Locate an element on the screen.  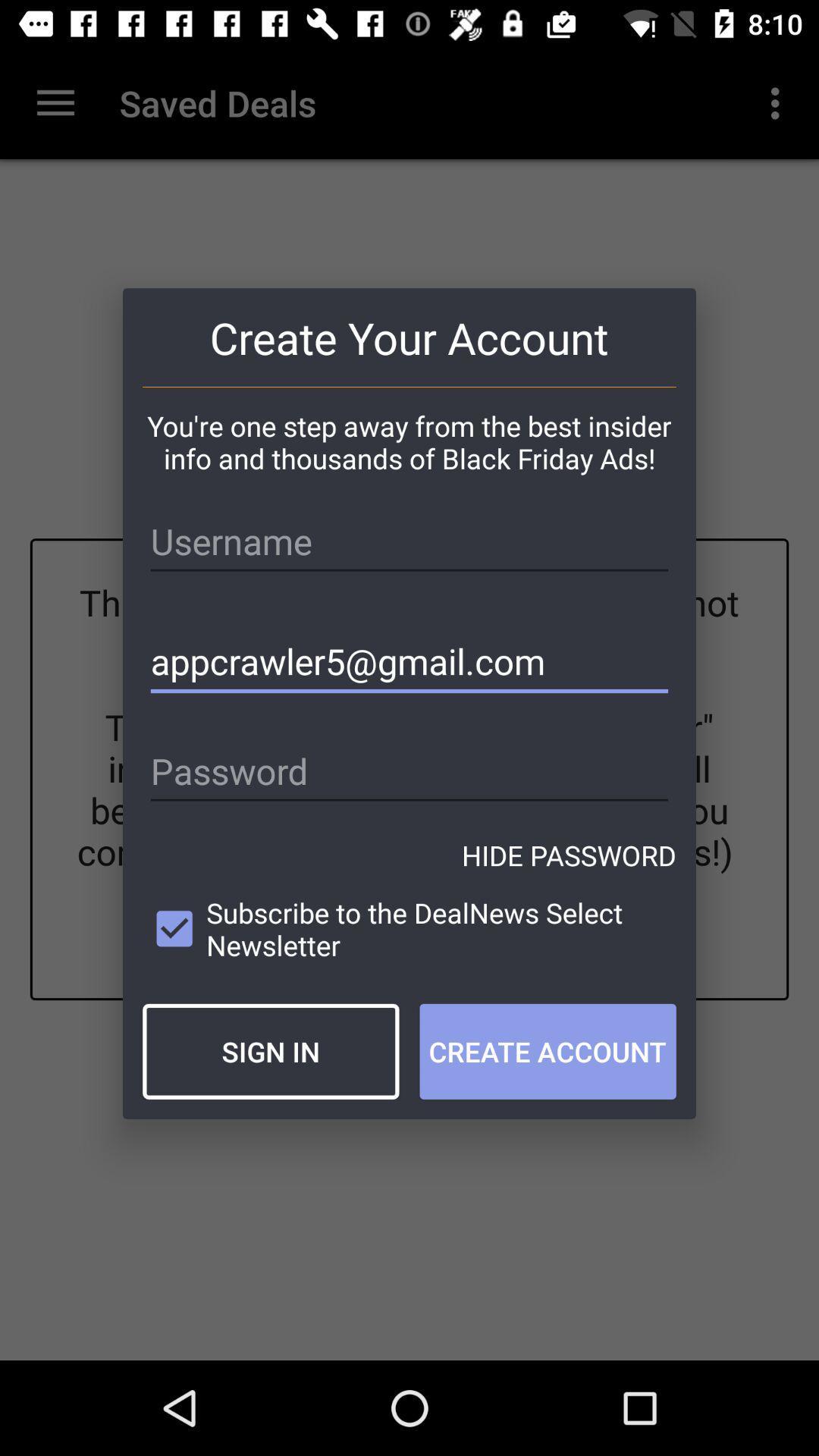
icon below the you re one is located at coordinates (409, 541).